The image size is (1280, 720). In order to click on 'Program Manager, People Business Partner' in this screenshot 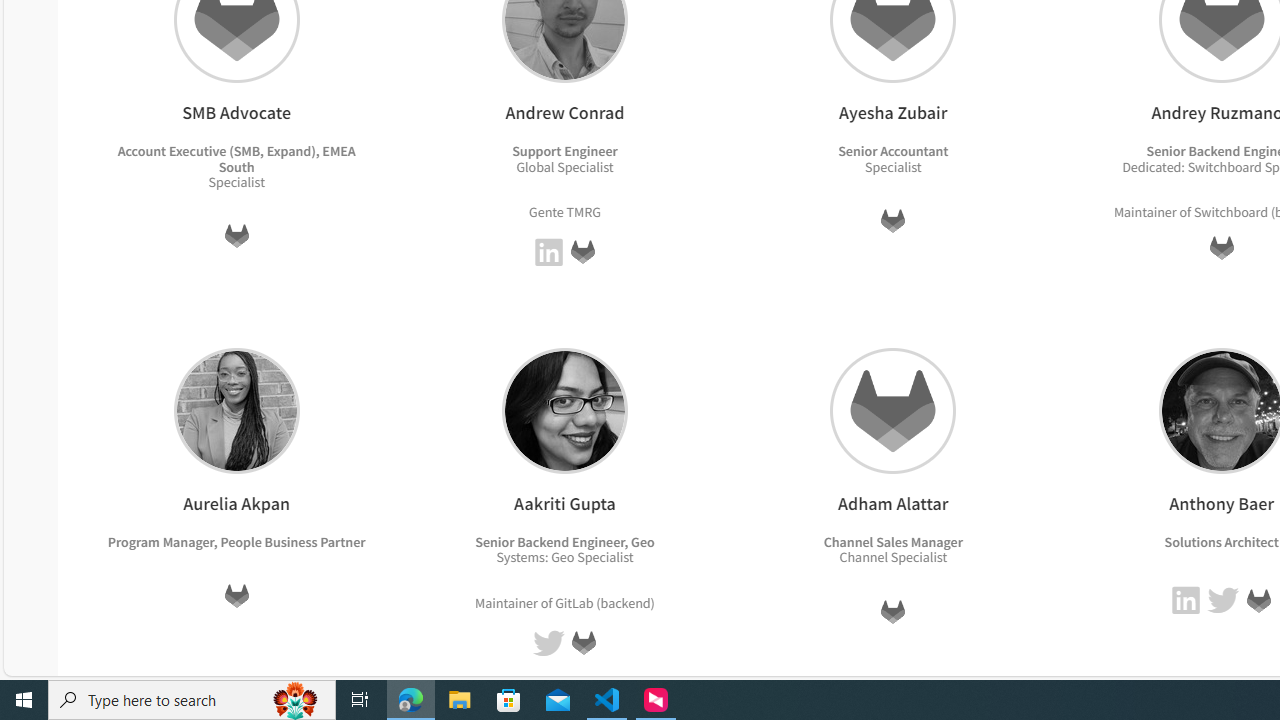, I will do `click(236, 541)`.